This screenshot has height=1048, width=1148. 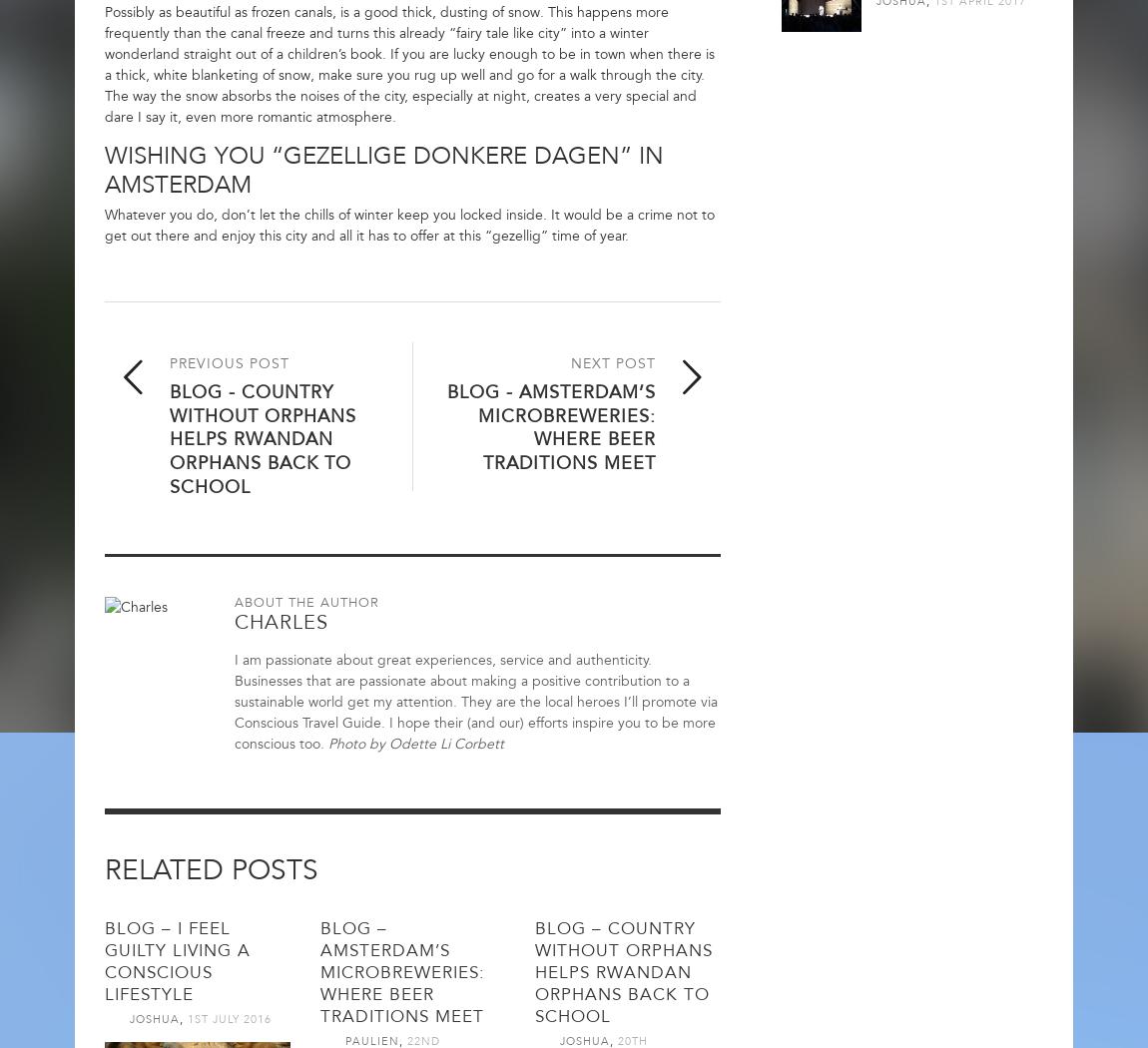 I want to click on 'Blog – Amsterdam’s microbreweries: where beer traditions meet', so click(x=401, y=970).